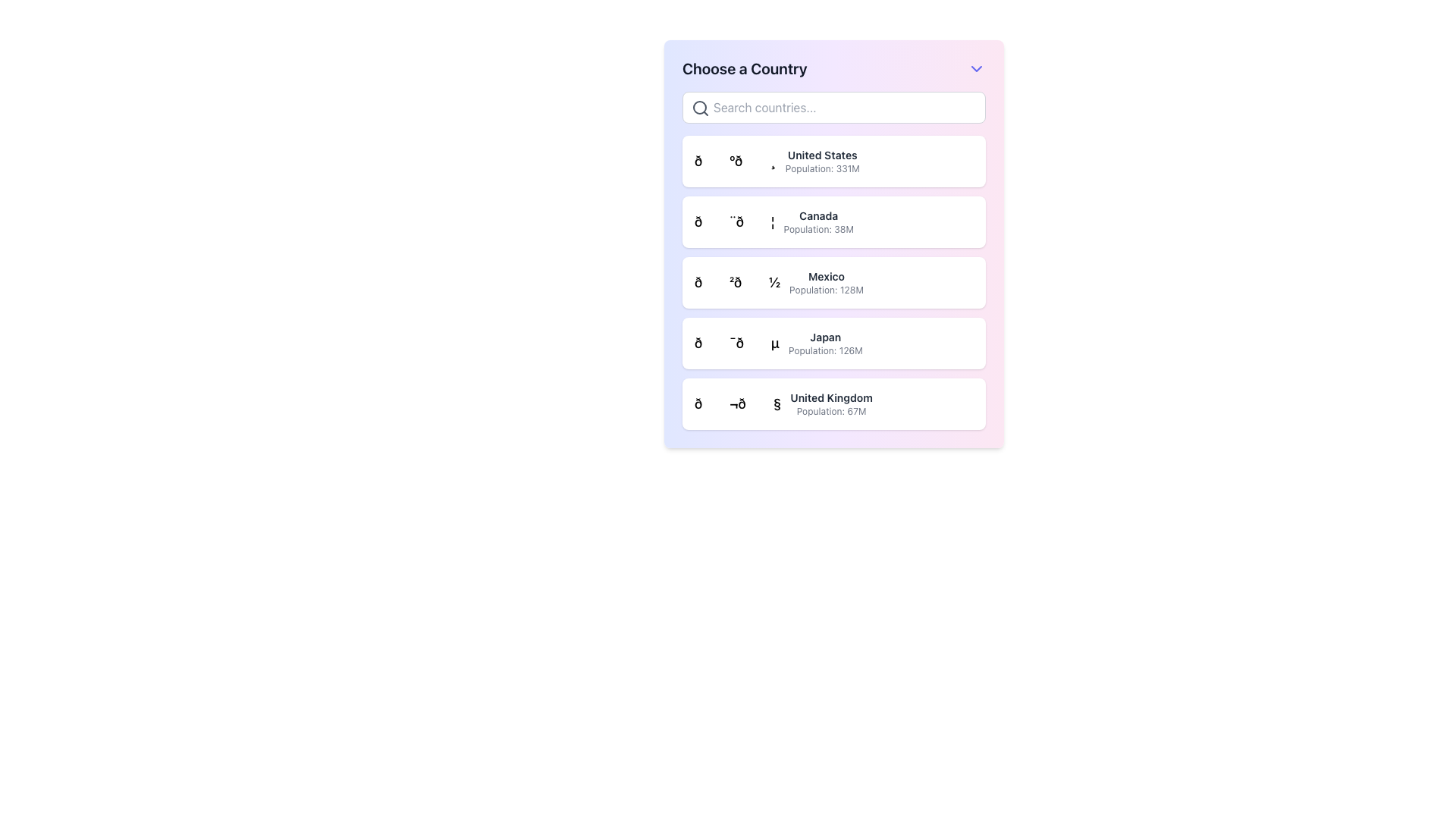  What do you see at coordinates (700, 107) in the screenshot?
I see `the search icon that indicates the search functionality, located to the left of the text input area` at bounding box center [700, 107].